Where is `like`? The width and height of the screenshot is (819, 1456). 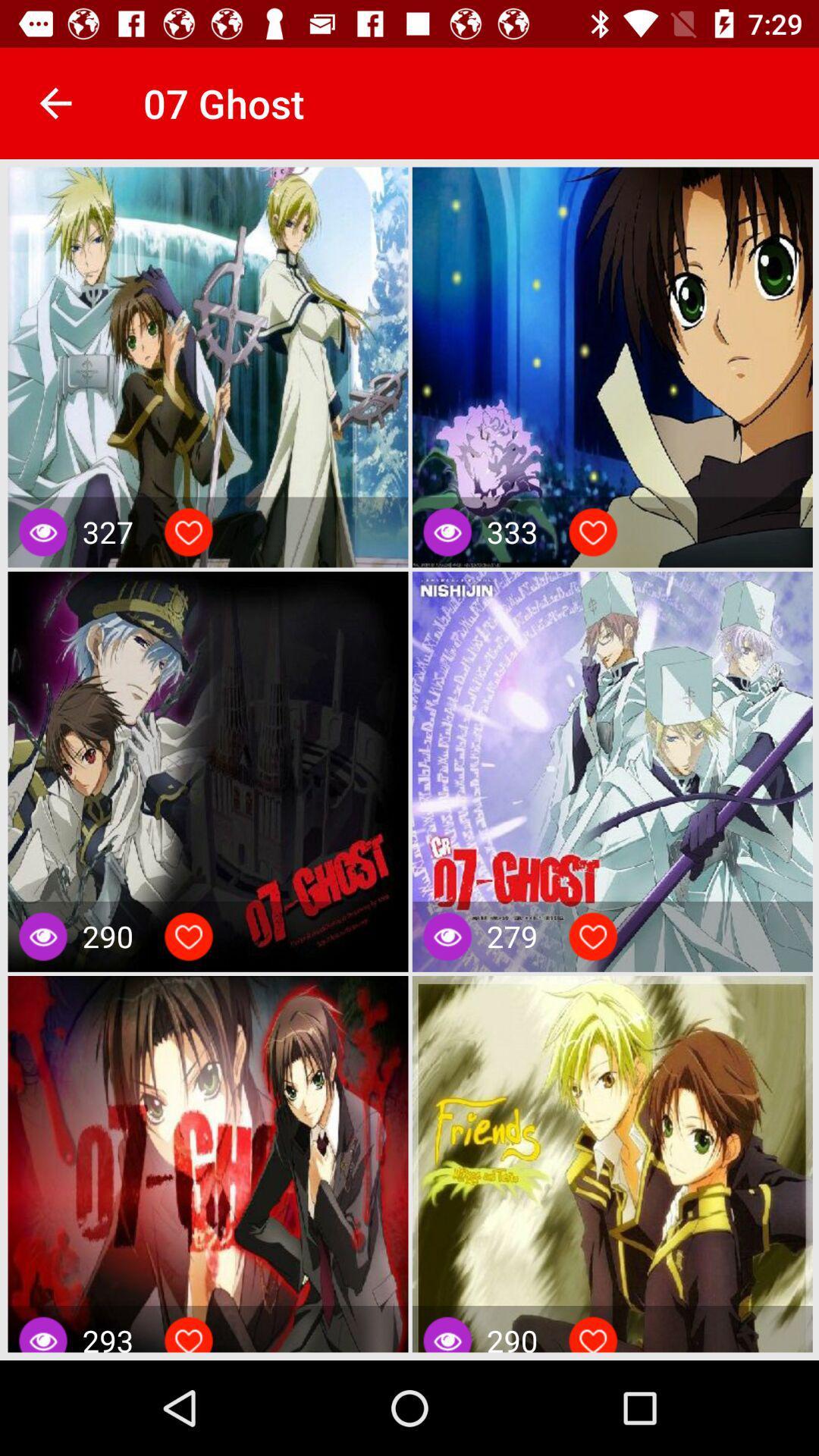 like is located at coordinates (592, 532).